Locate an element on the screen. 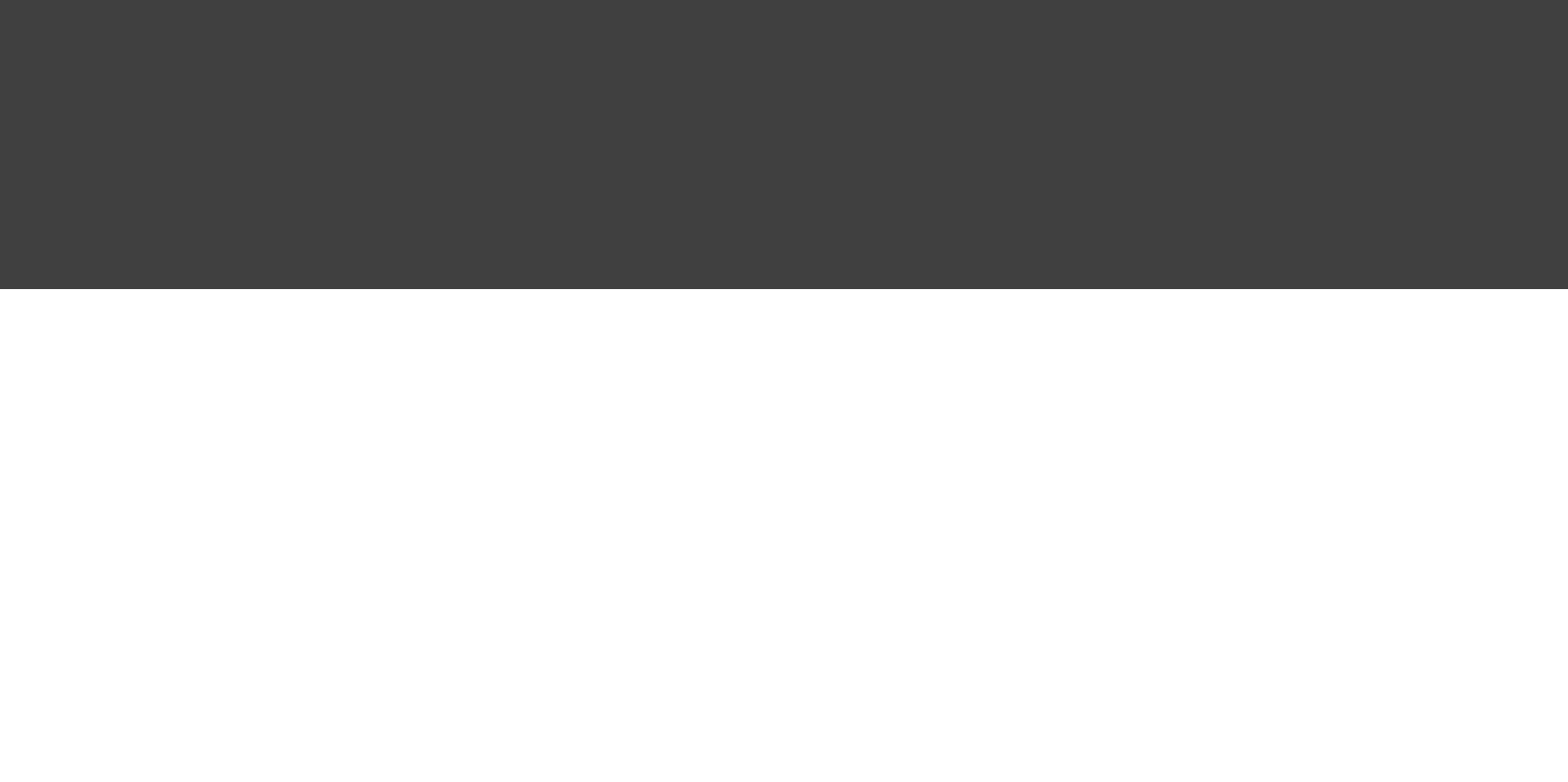 The image size is (1568, 782). 'Play Golf' is located at coordinates (955, 11).